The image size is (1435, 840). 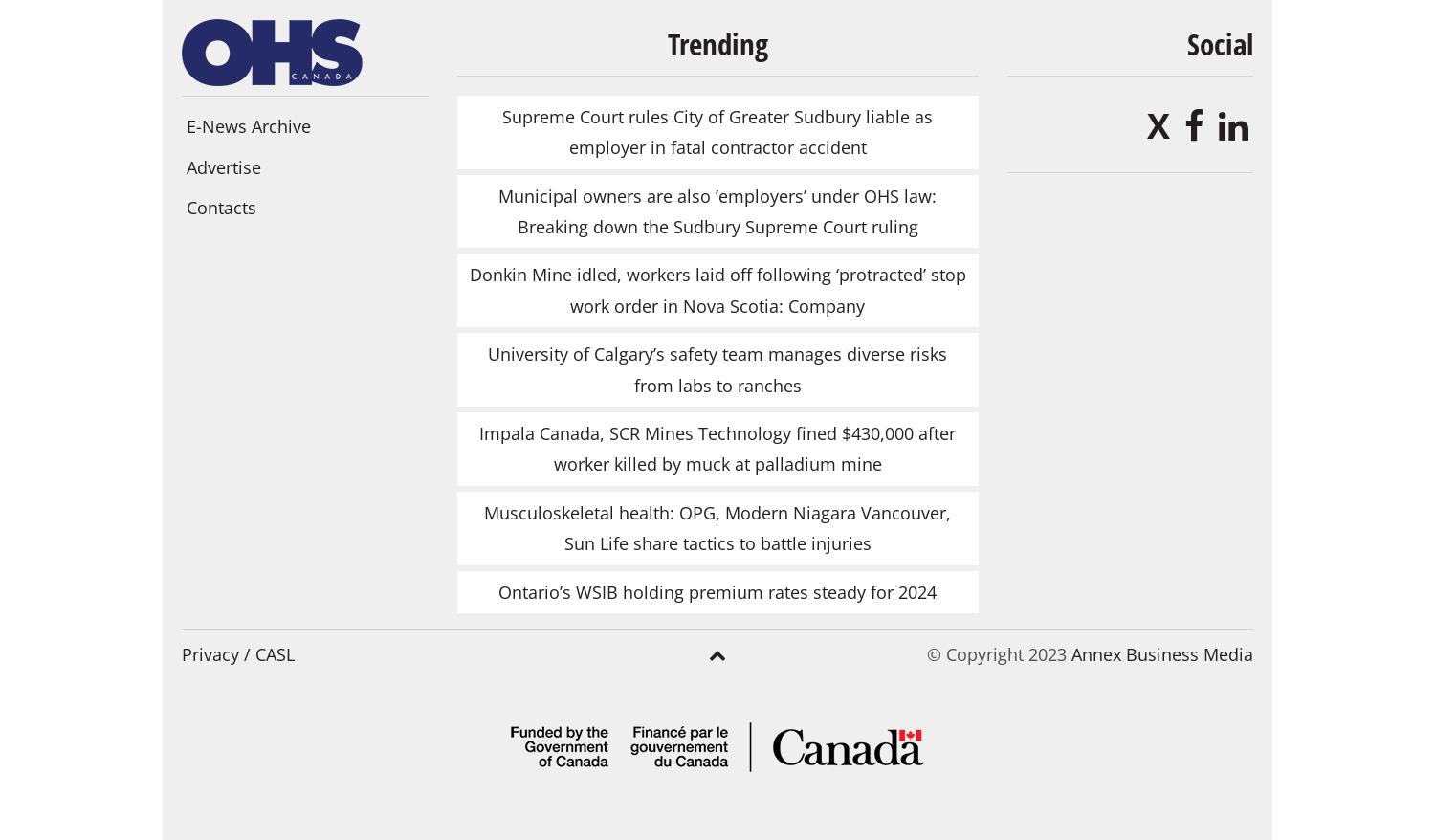 I want to click on 'Musculoskeletal health: OPG, Modern Niagara Vancouver, Sun Life share tactics to battle injuries', so click(x=717, y=526).